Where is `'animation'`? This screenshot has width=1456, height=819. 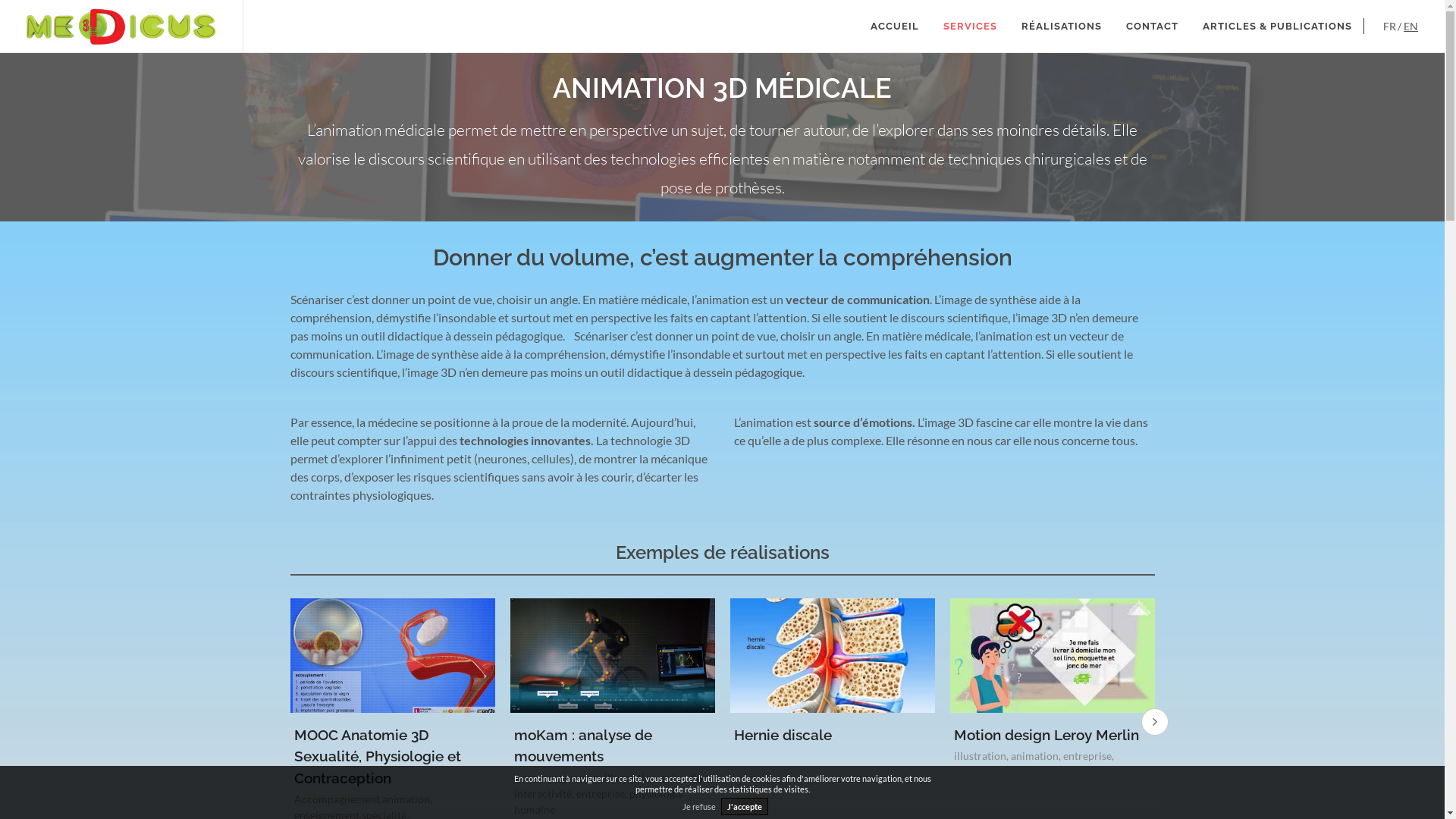 'animation' is located at coordinates (661, 777).